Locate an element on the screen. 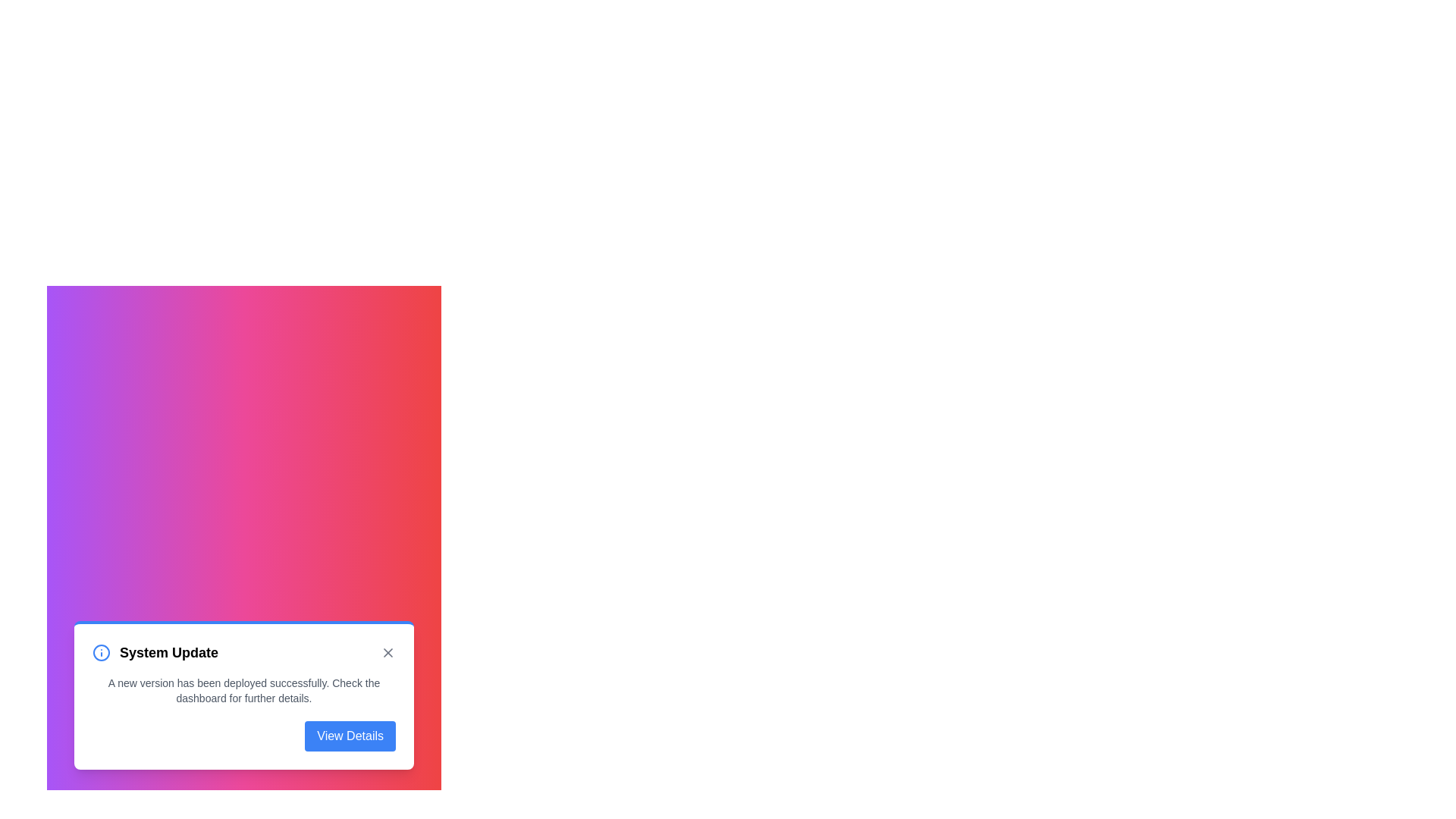 Image resolution: width=1456 pixels, height=819 pixels. the 'X' button styled in gray located at the top-right corner of the 'System Update' notification banner is located at coordinates (388, 651).